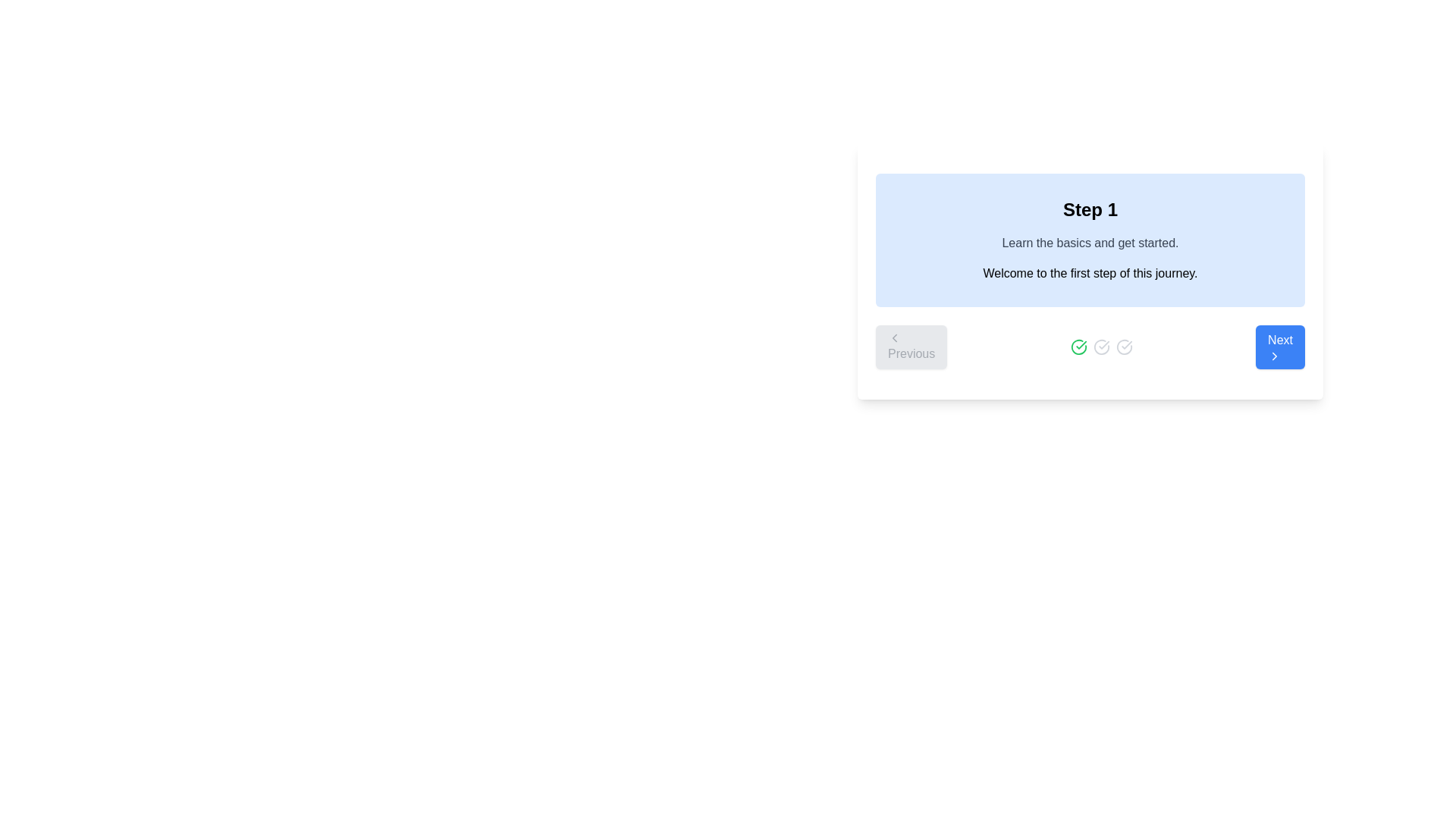 Image resolution: width=1456 pixels, height=819 pixels. Describe the element at coordinates (1090, 242) in the screenshot. I see `informational text 'Learn the basics and get started.' which is styled in gray and is positioned centrally between the heading 'Step 1' and the supportive description in a light blue background` at that location.